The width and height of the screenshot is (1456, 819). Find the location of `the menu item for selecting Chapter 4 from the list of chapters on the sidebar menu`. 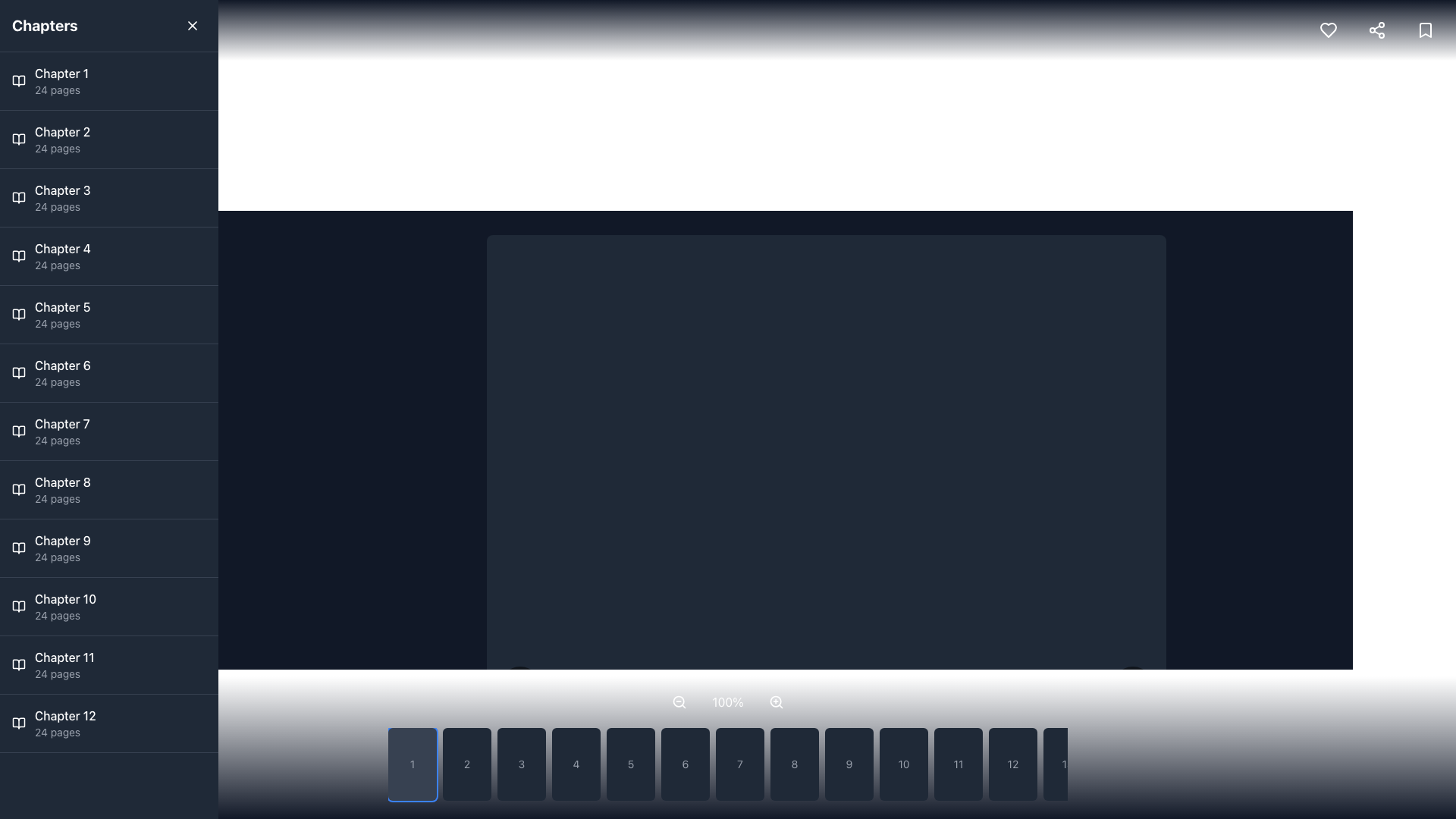

the menu item for selecting Chapter 4 from the list of chapters on the sidebar menu is located at coordinates (61, 256).